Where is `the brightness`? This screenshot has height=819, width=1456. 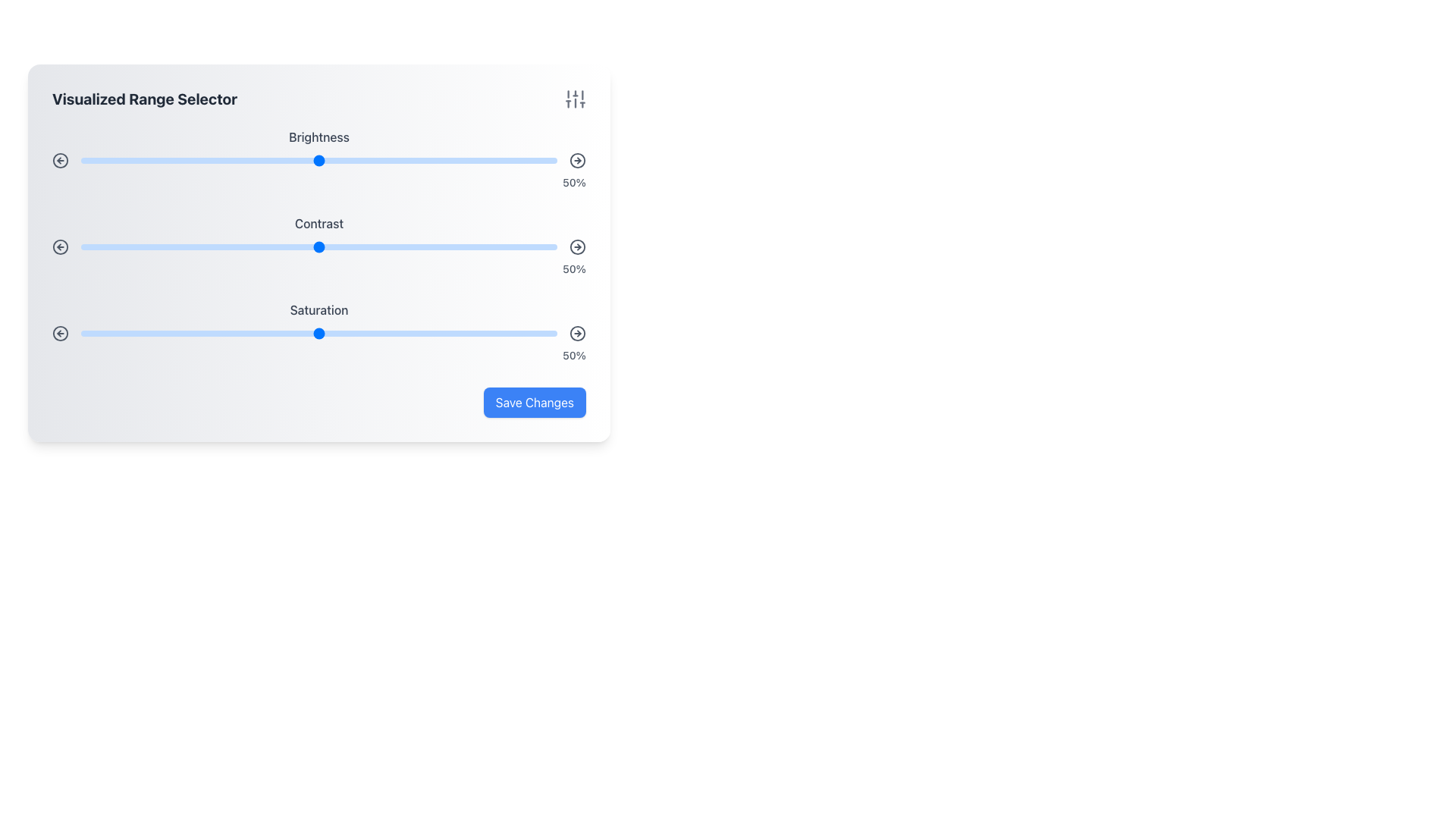
the brightness is located at coordinates (428, 161).